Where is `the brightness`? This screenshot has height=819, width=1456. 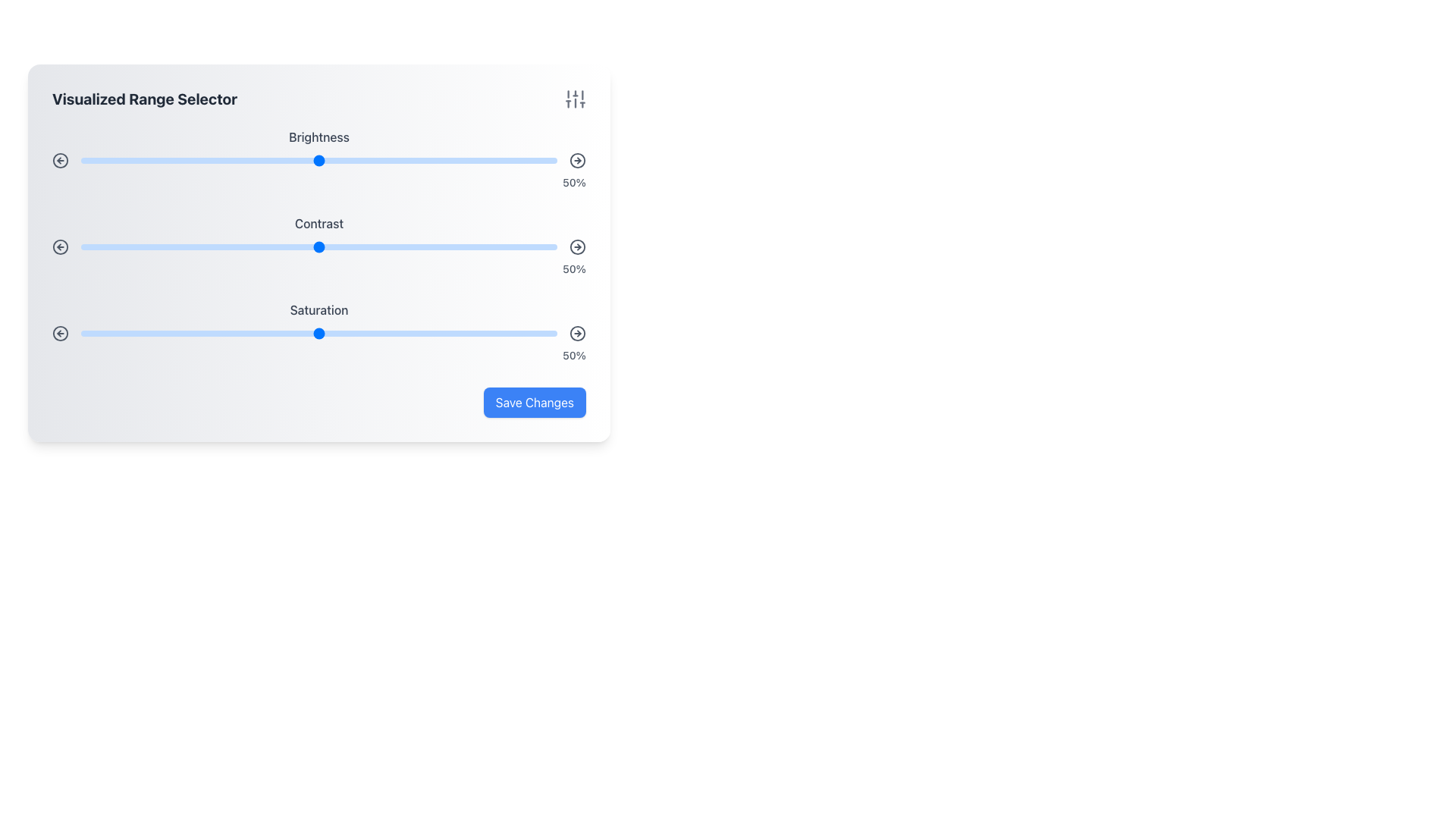
the brightness is located at coordinates (428, 161).